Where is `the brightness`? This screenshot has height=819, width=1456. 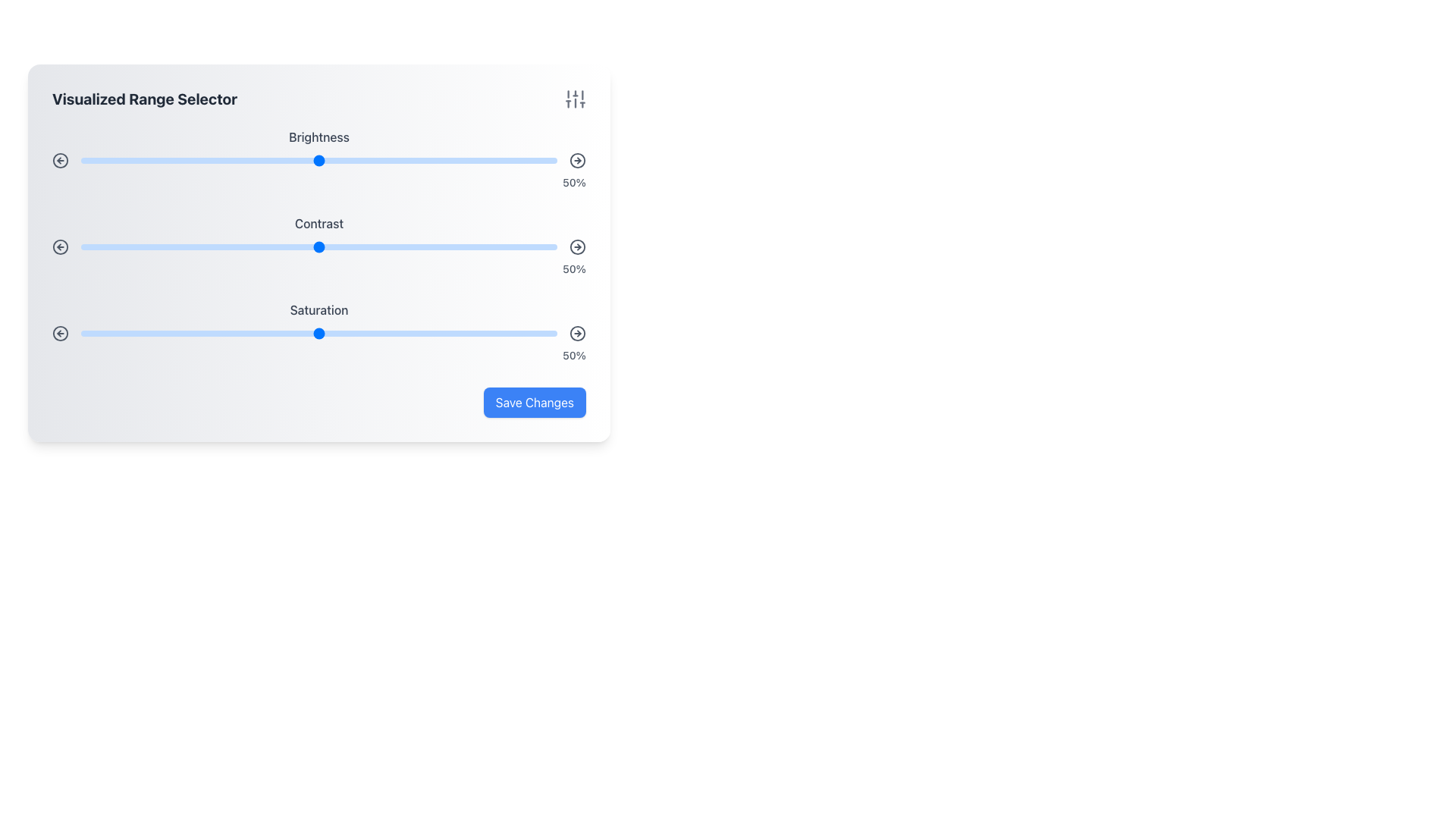
the brightness is located at coordinates (428, 161).